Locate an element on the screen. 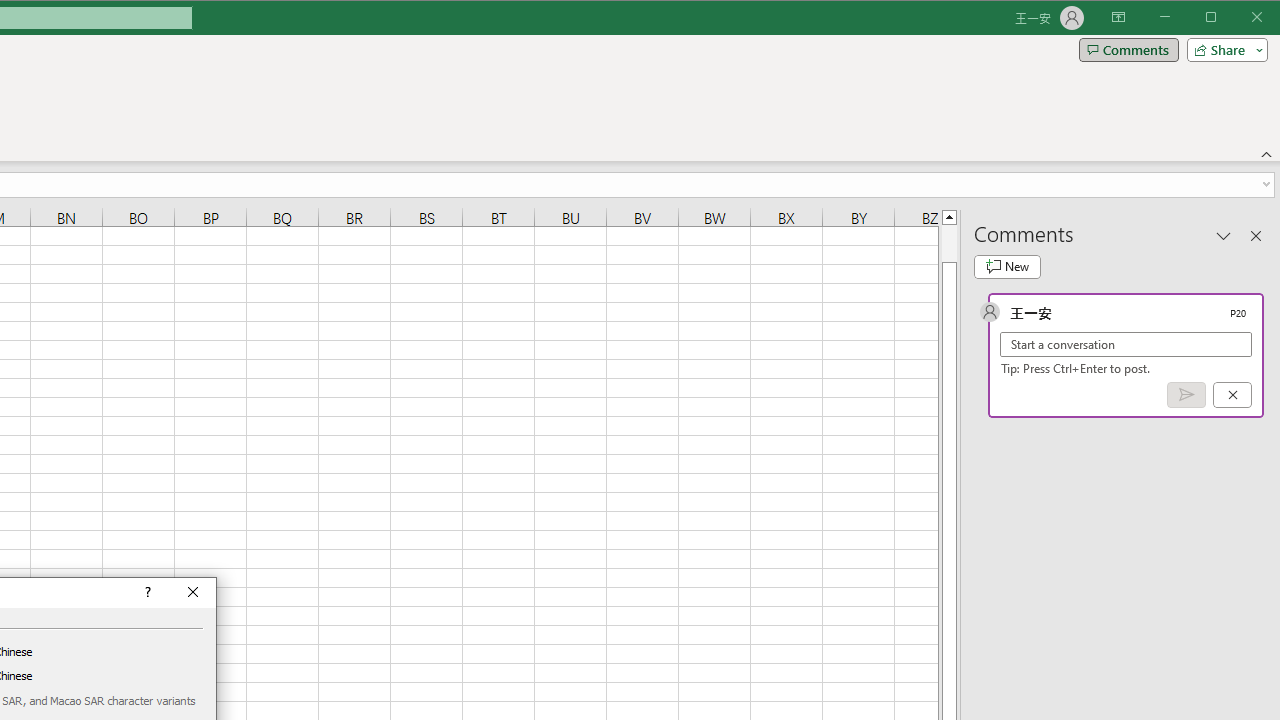  'Page up' is located at coordinates (948, 242).